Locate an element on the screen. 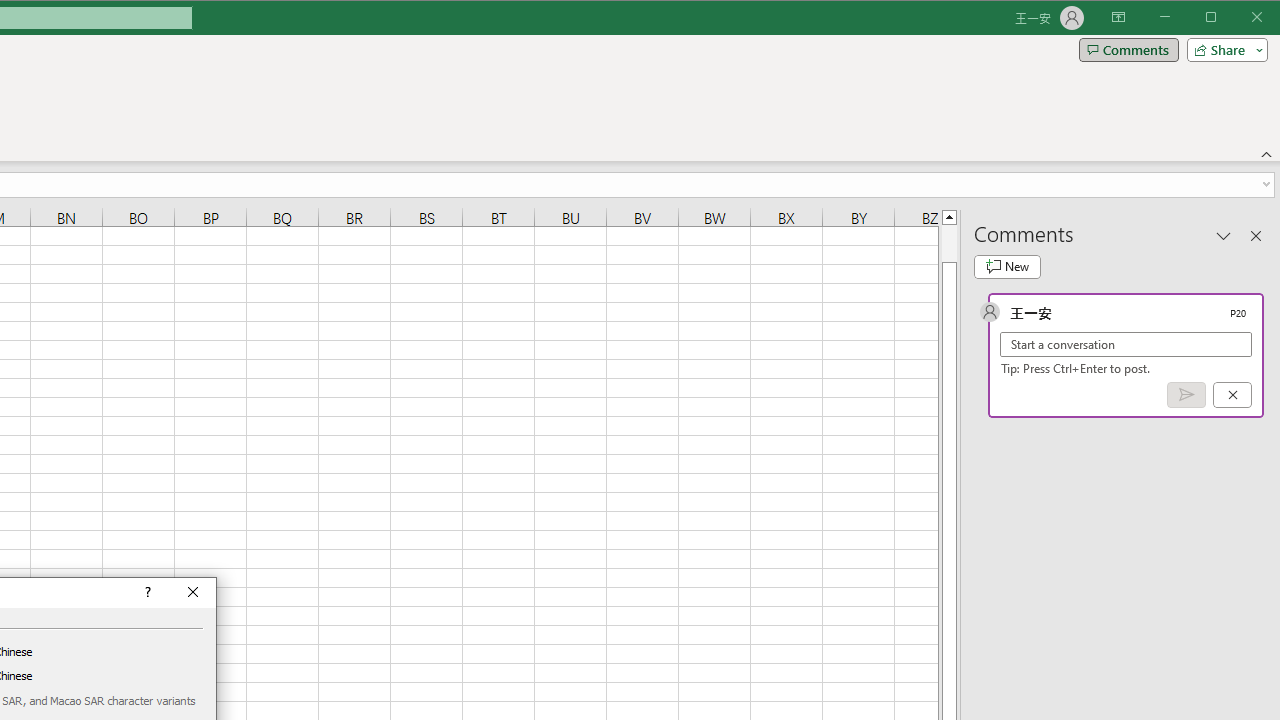  'Page up' is located at coordinates (948, 242).